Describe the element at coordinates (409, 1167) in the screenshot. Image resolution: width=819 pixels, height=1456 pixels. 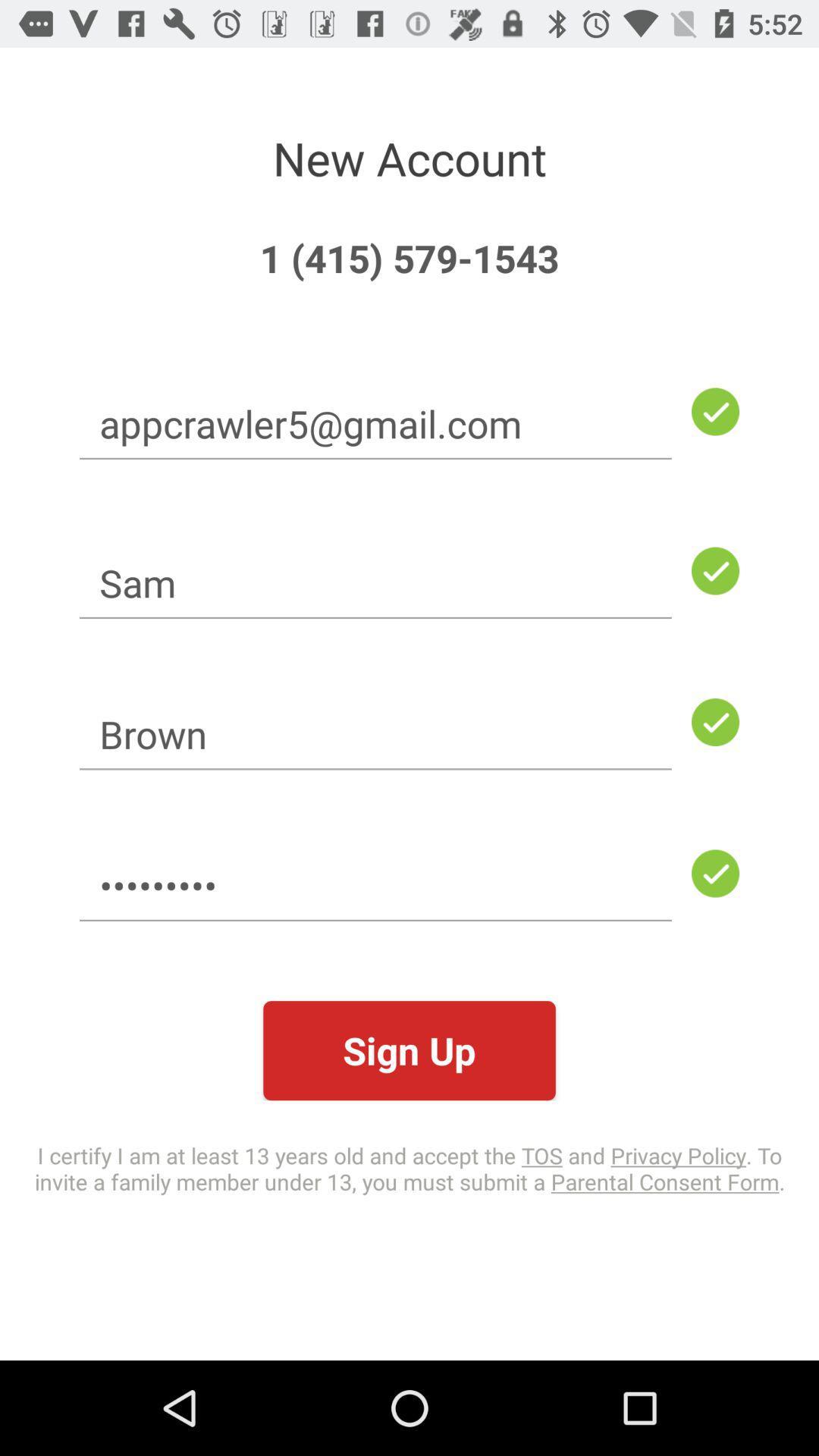
I see `the i certify i item` at that location.